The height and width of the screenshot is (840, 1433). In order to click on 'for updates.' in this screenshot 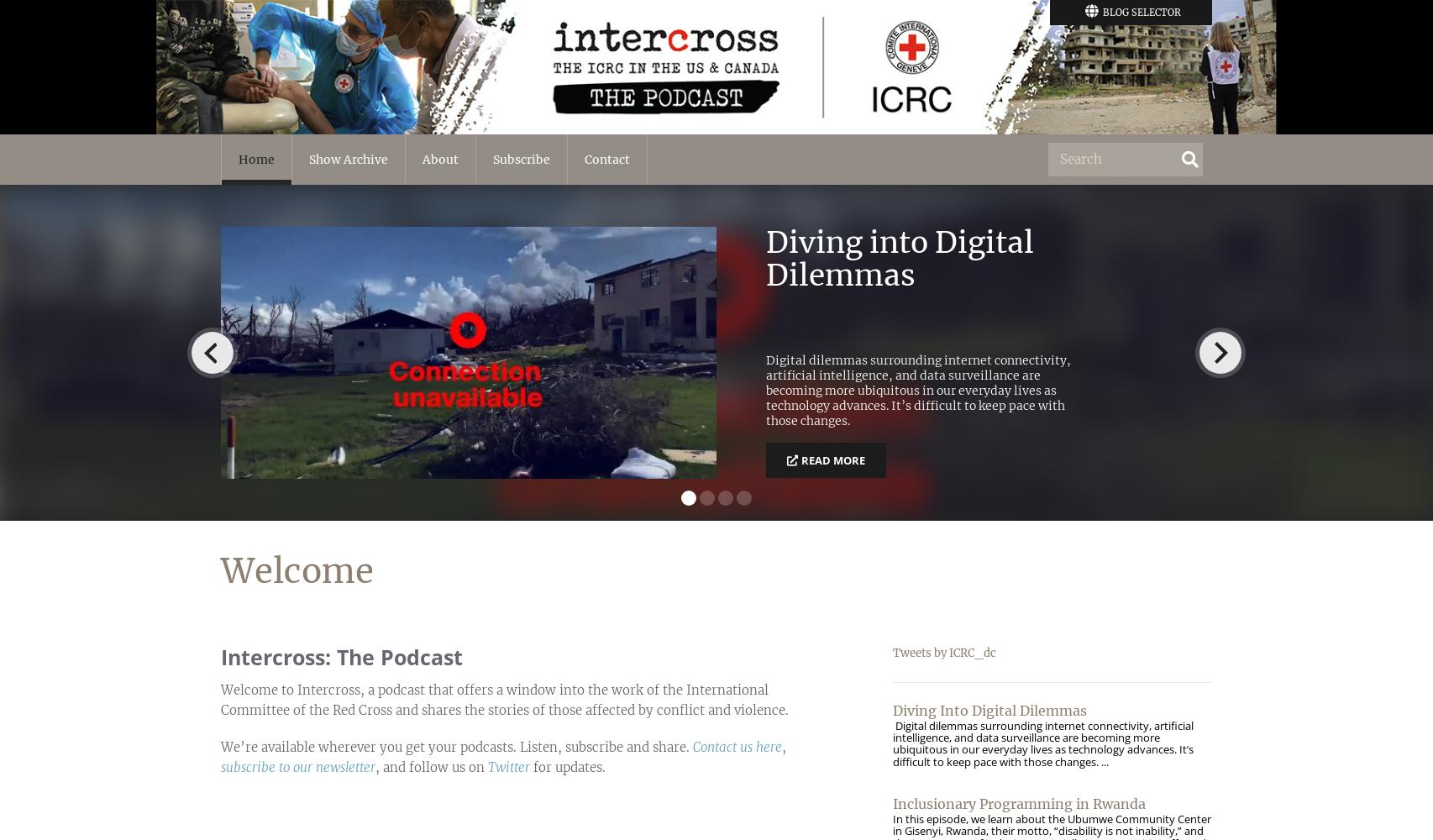, I will do `click(566, 767)`.